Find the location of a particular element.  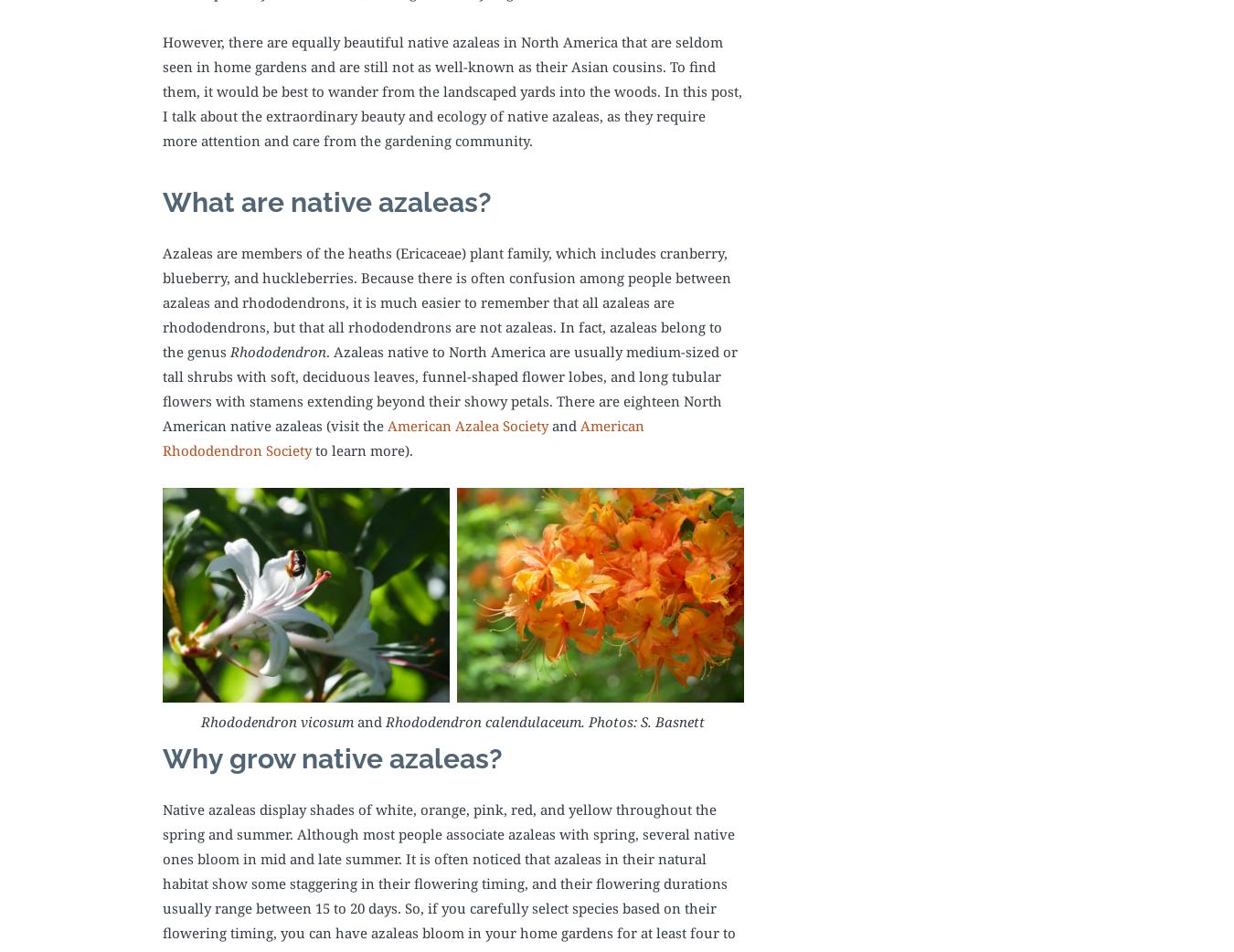

'to learn more).' is located at coordinates (362, 450).